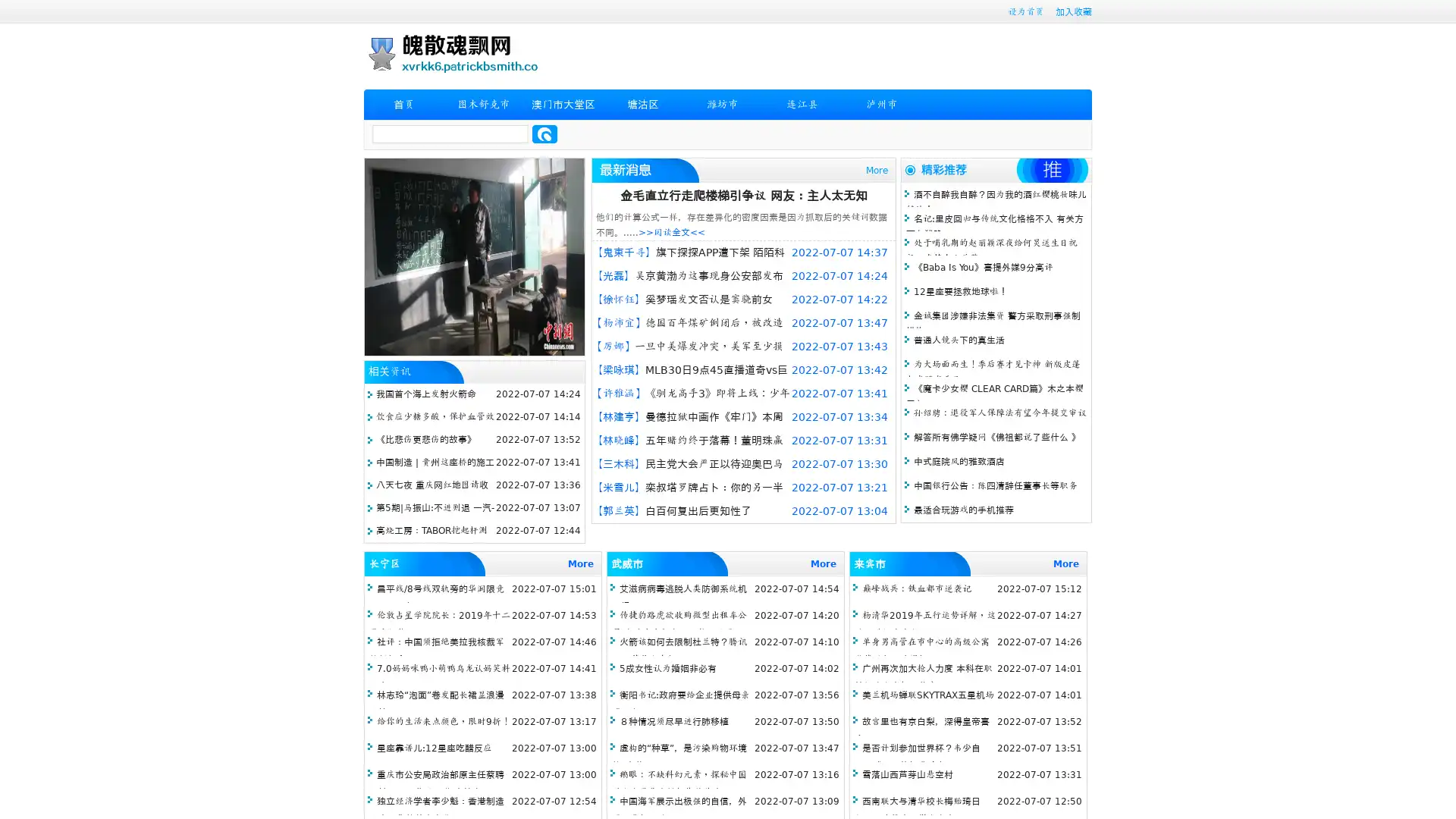 The height and width of the screenshot is (819, 1456). What do you see at coordinates (544, 133) in the screenshot?
I see `Search` at bounding box center [544, 133].